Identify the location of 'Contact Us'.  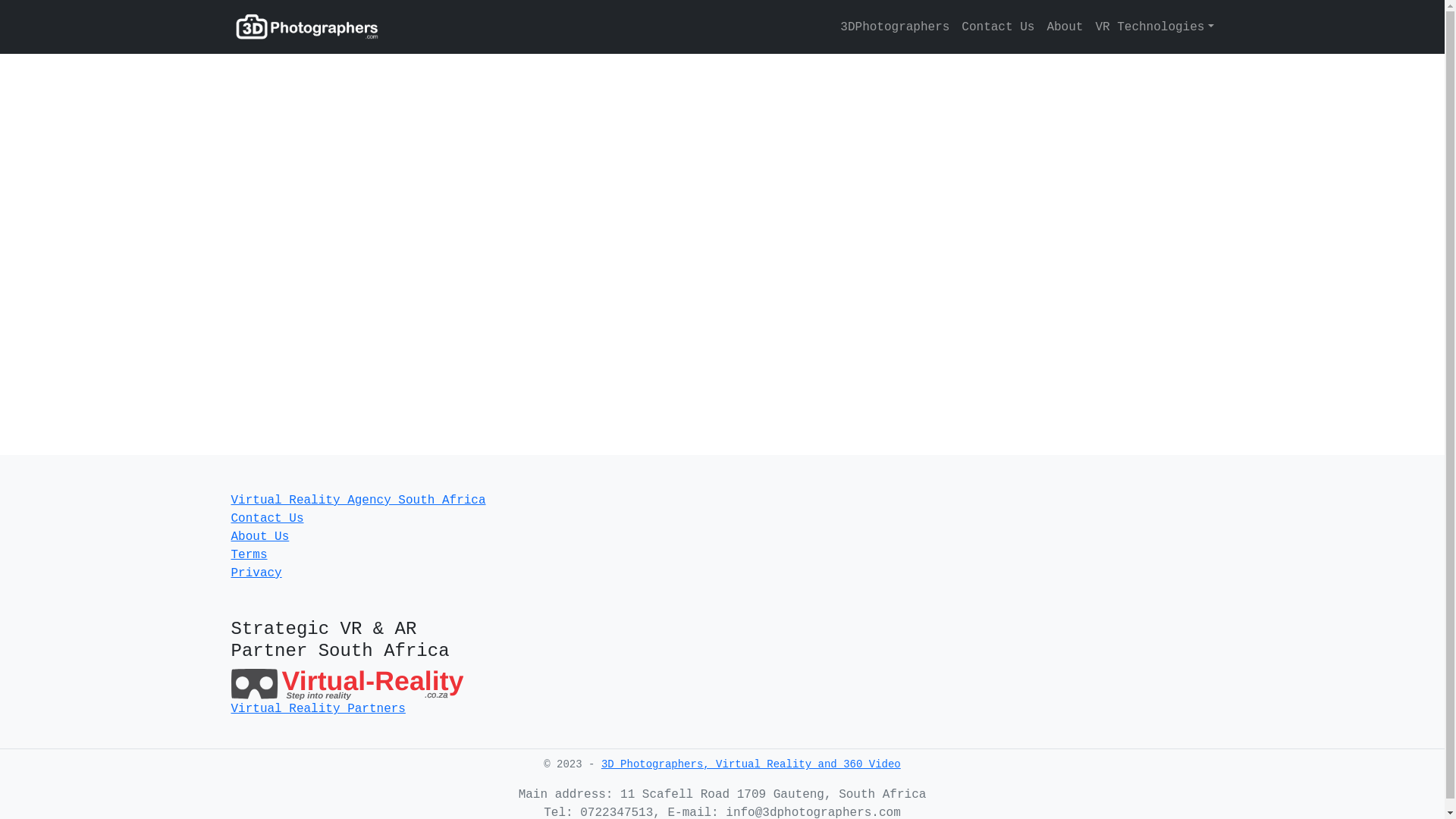
(266, 517).